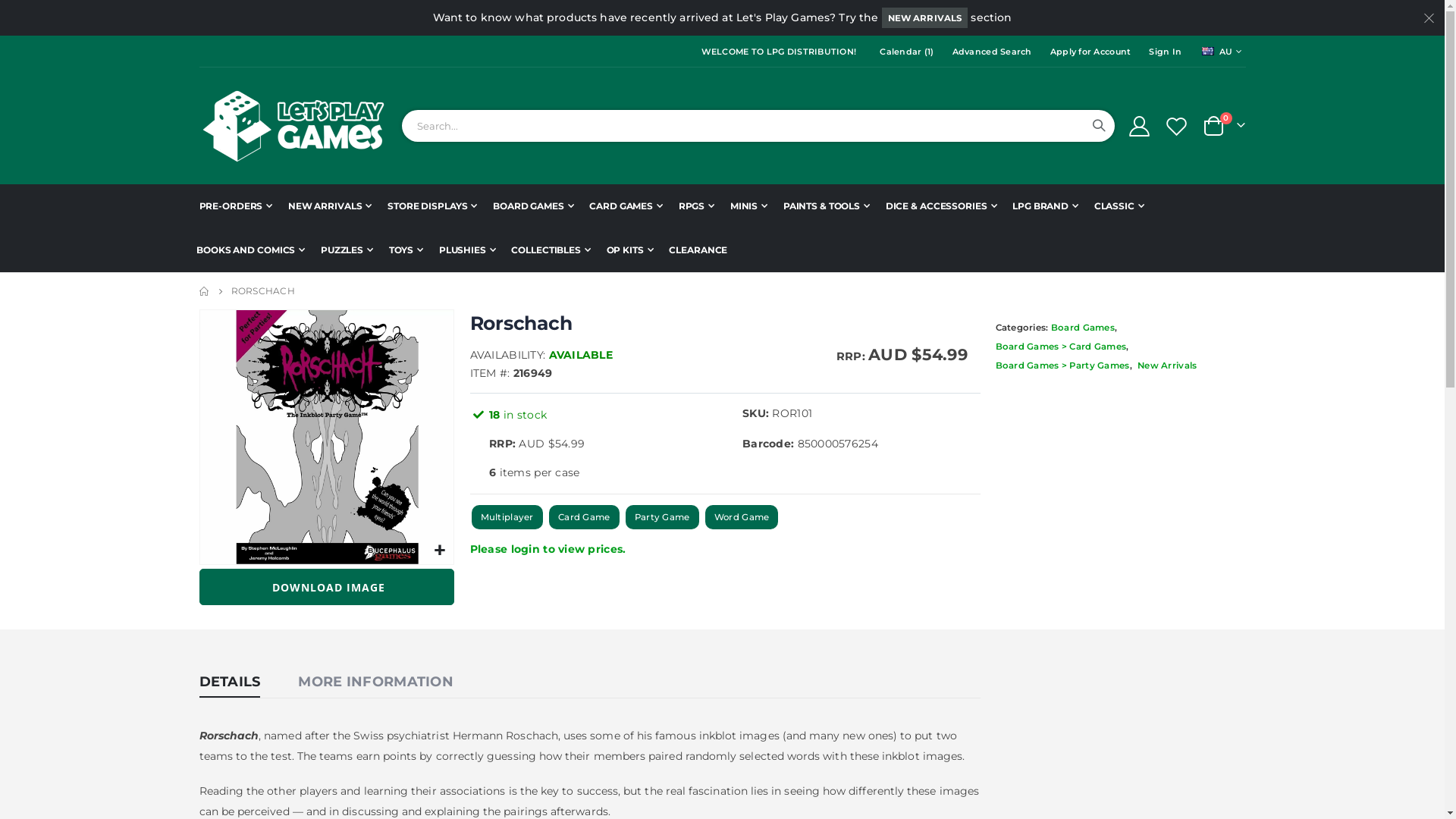 The width and height of the screenshot is (1456, 819). Describe the element at coordinates (549, 249) in the screenshot. I see `'COLLECTIBLES'` at that location.